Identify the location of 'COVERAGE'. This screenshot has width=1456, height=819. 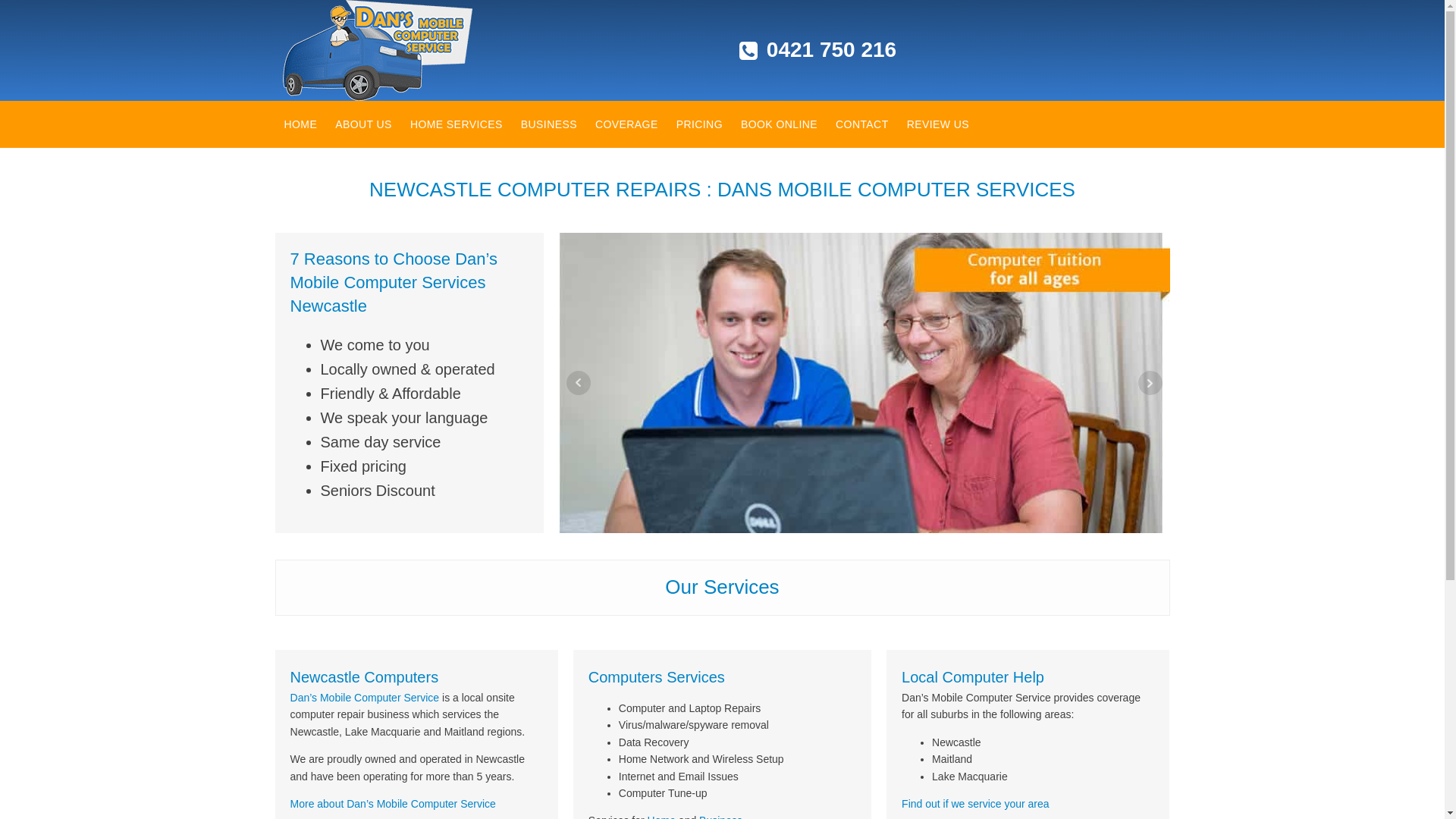
(626, 124).